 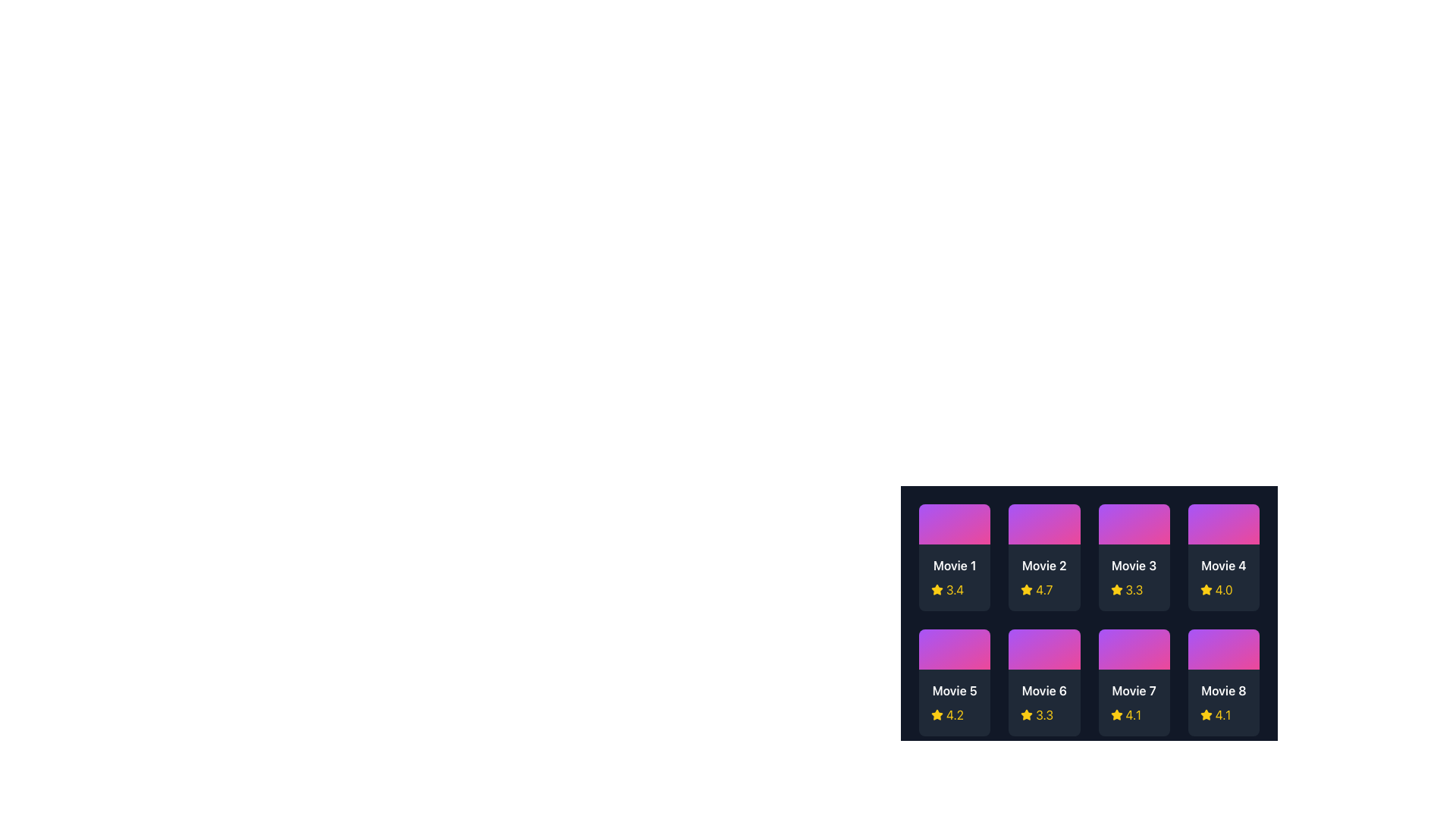 What do you see at coordinates (1043, 715) in the screenshot?
I see `the rating display element for 'Movie 6', which includes a yellow star icon and the numeric rating '3.3'` at bounding box center [1043, 715].